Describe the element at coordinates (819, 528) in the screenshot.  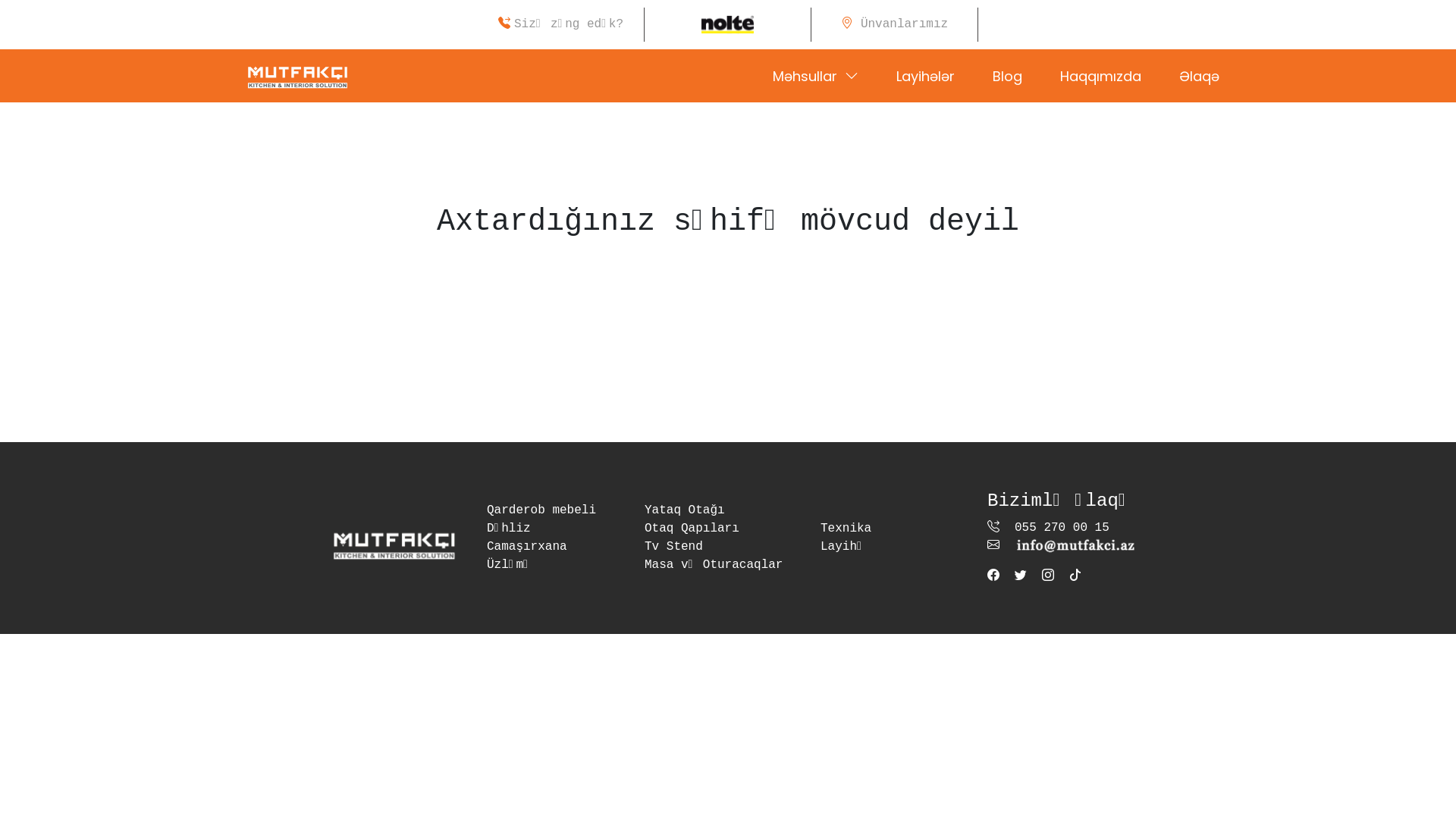
I see `'Texnika'` at that location.